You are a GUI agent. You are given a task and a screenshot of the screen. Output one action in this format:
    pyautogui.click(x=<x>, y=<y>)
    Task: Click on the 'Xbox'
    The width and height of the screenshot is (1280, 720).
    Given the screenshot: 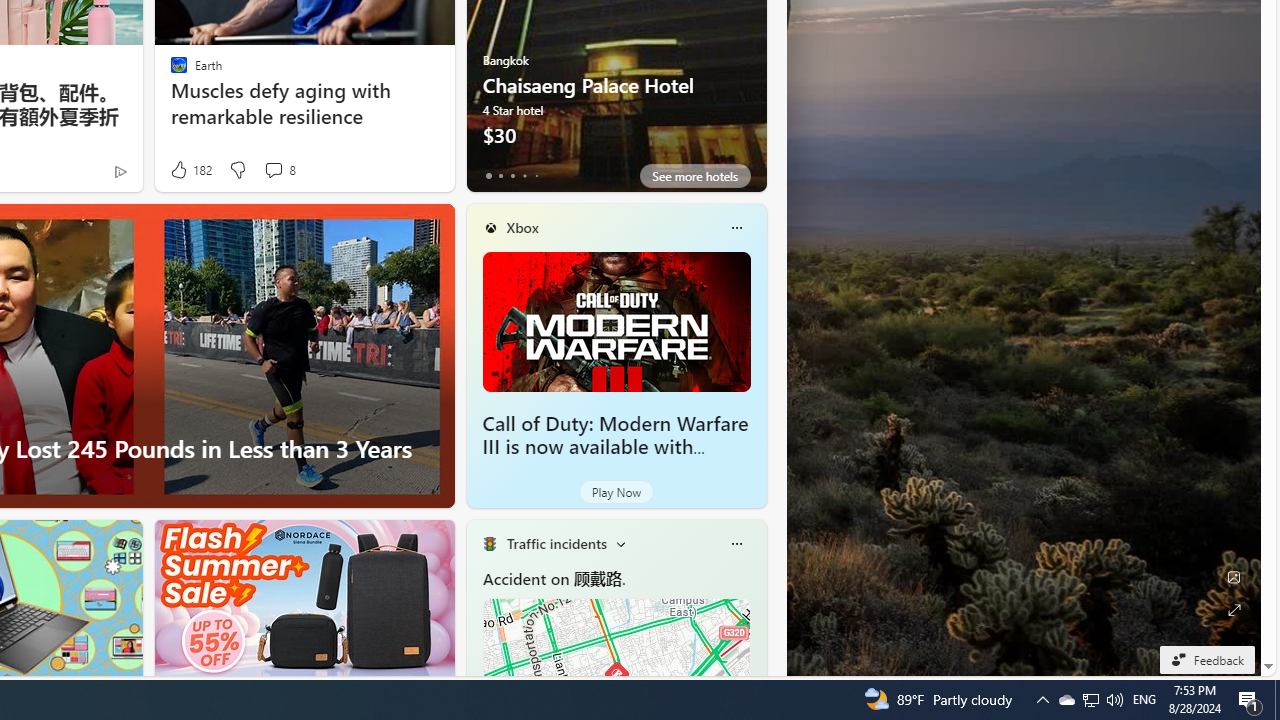 What is the action you would take?
    pyautogui.click(x=522, y=226)
    